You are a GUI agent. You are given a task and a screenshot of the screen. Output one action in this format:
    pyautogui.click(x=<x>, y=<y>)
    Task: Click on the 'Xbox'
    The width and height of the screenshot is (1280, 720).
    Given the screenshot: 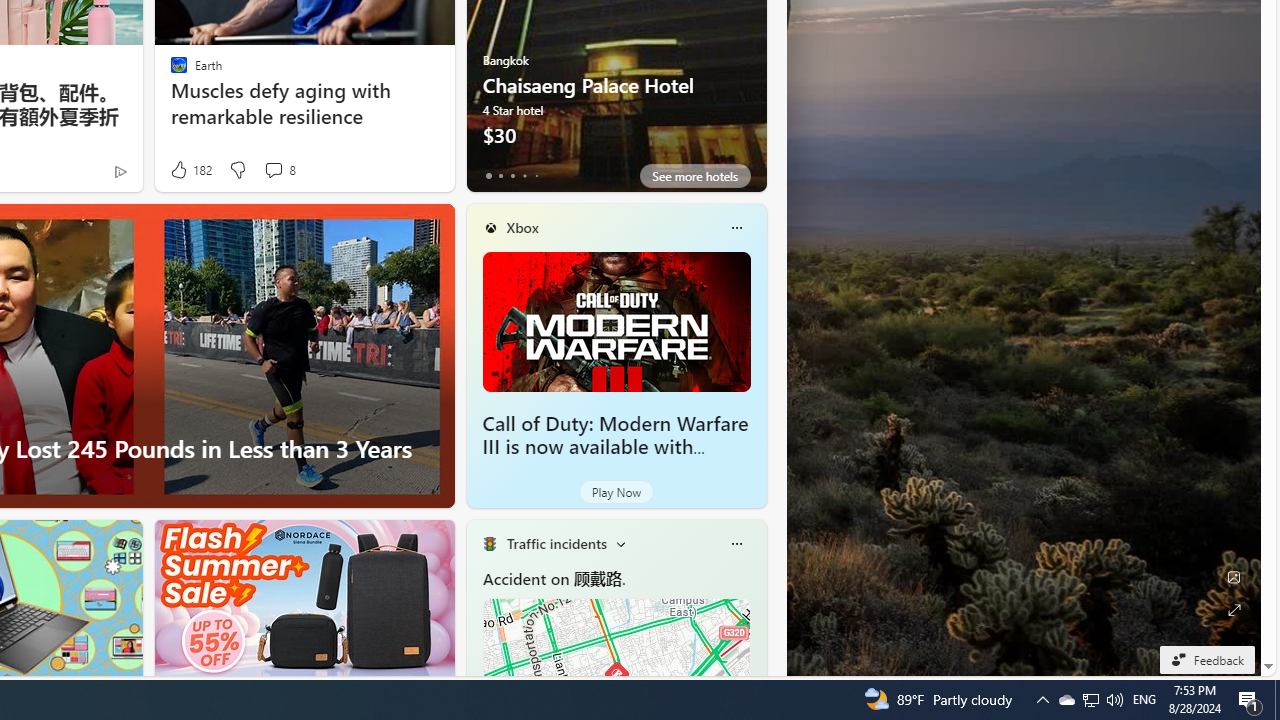 What is the action you would take?
    pyautogui.click(x=522, y=226)
    